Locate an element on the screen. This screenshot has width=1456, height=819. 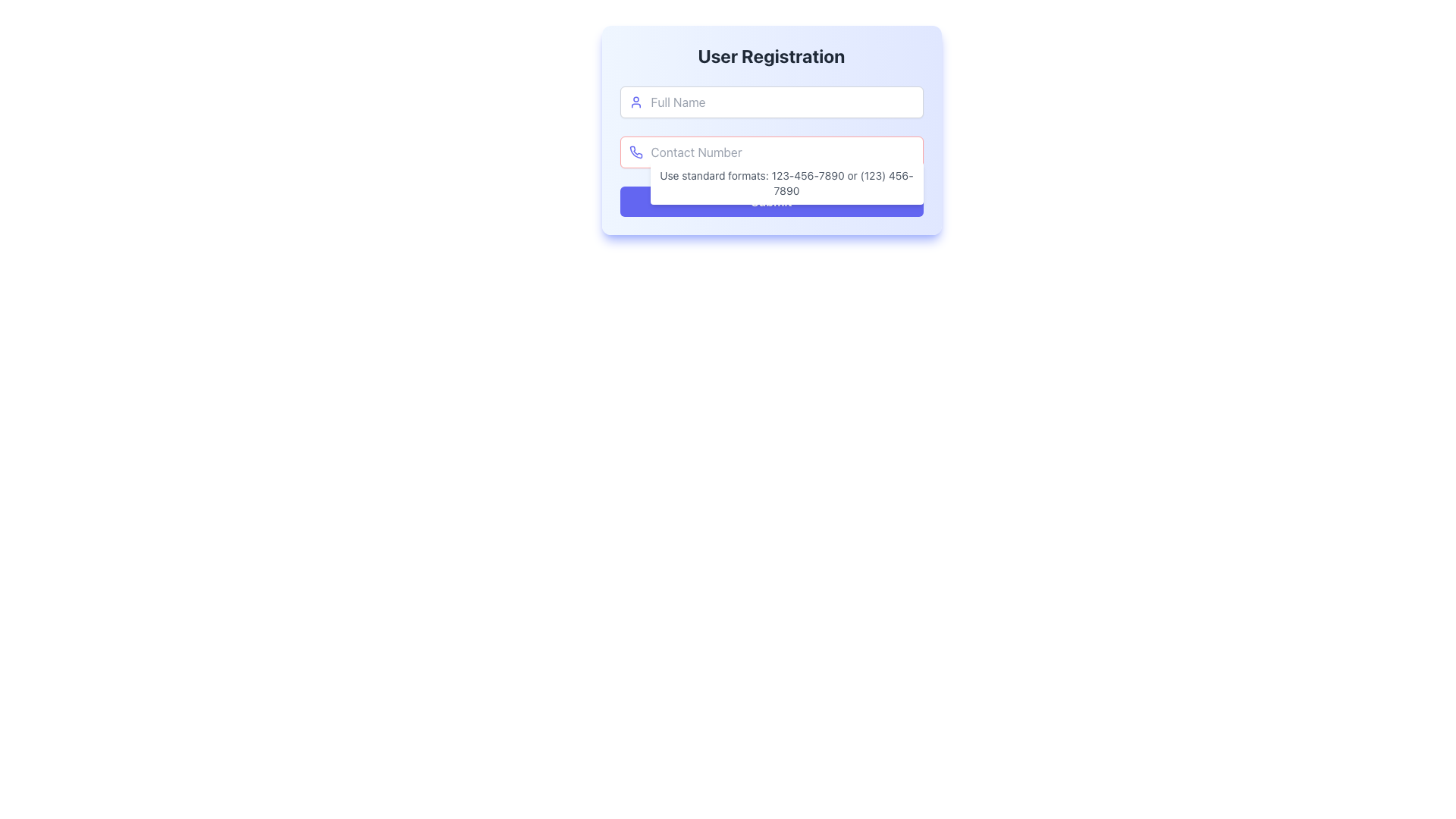
the bold header text 'User Registration' which is styled in a large font size and dark gray color, located at the top center of the interface is located at coordinates (771, 55).